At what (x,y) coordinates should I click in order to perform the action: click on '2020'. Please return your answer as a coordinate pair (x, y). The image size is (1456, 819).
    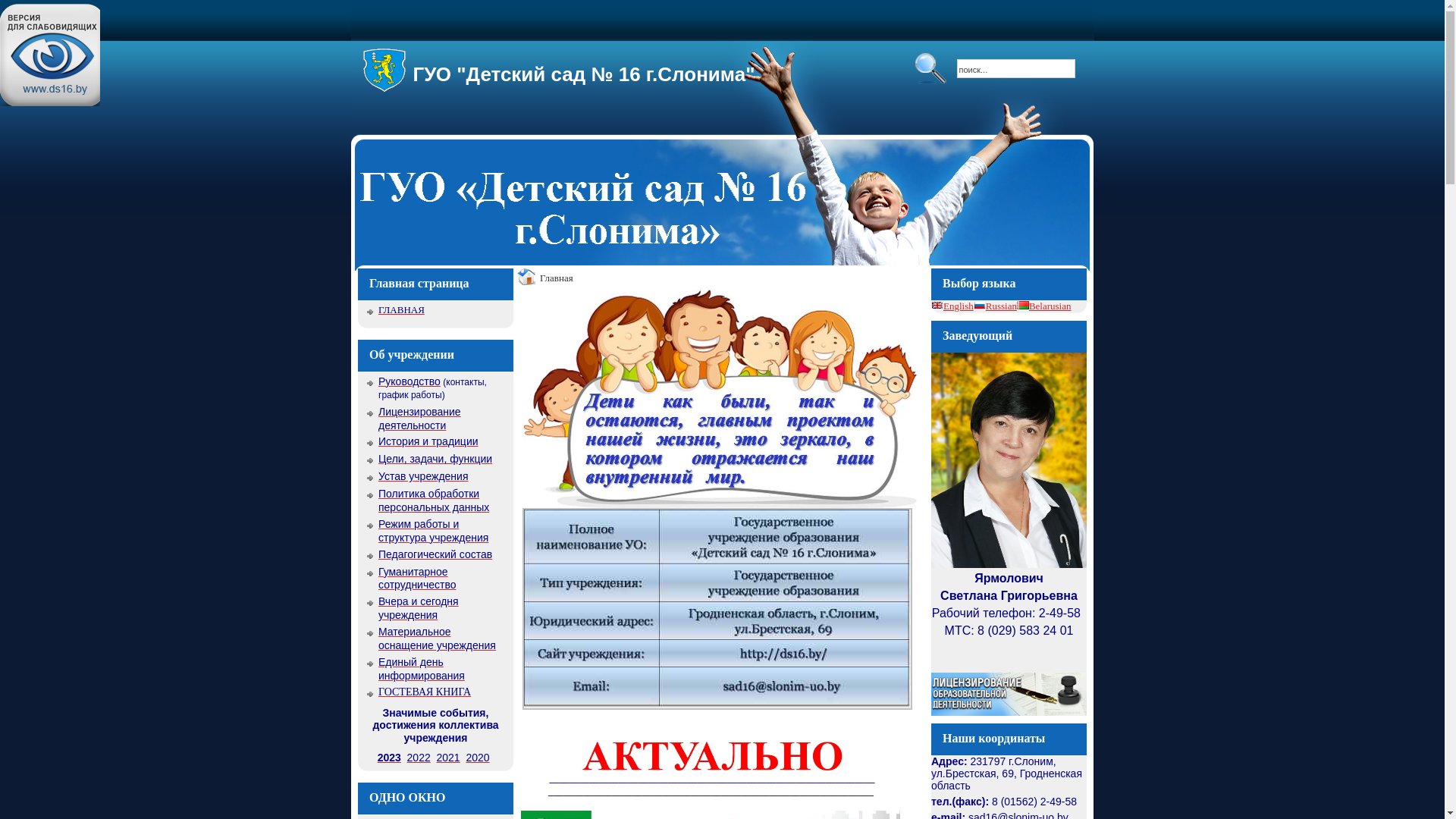
    Looking at the image, I should click on (476, 758).